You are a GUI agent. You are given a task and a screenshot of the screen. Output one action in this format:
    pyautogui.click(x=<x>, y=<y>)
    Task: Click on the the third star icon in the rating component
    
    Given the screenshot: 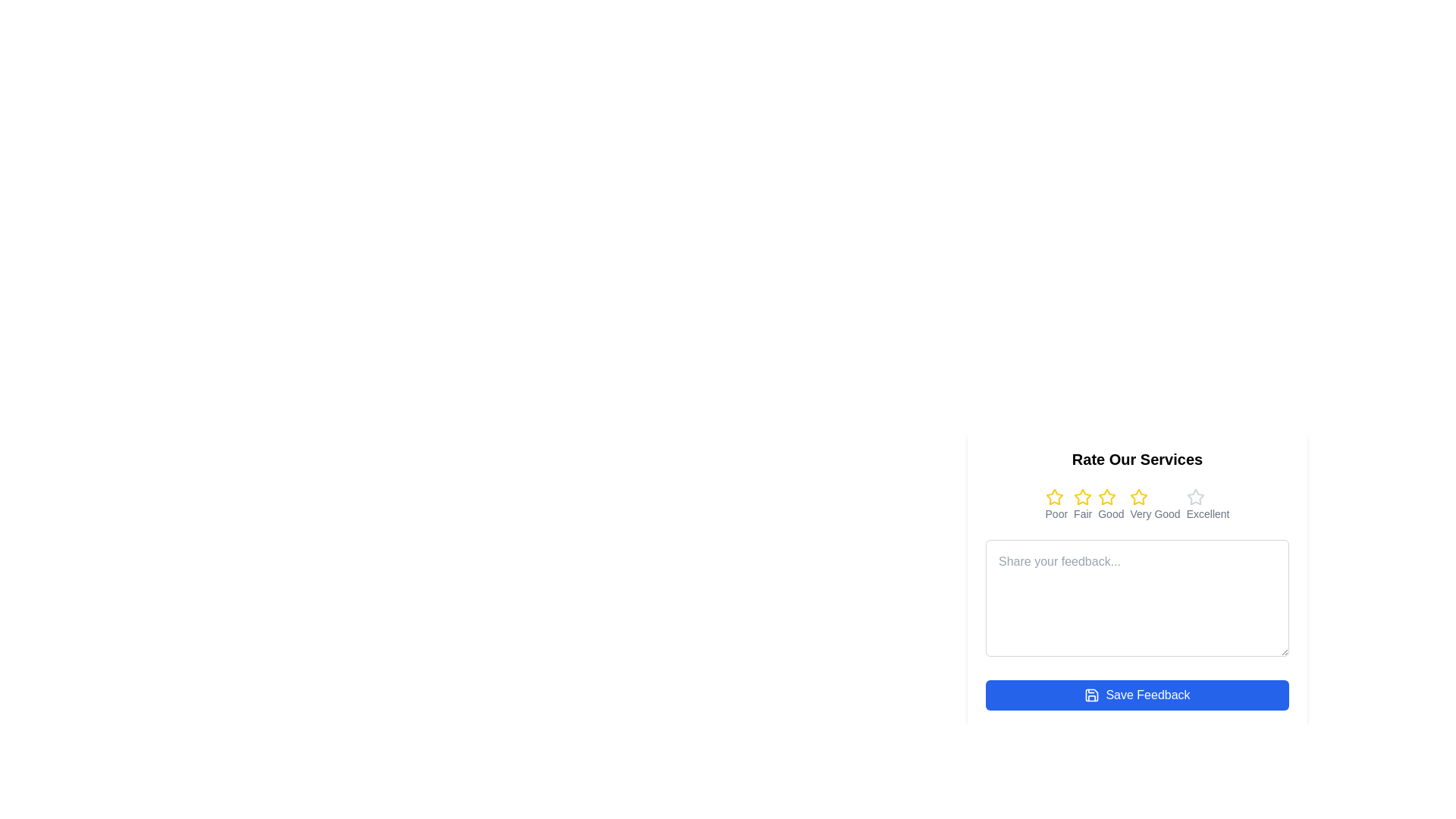 What is the action you would take?
    pyautogui.click(x=1106, y=497)
    